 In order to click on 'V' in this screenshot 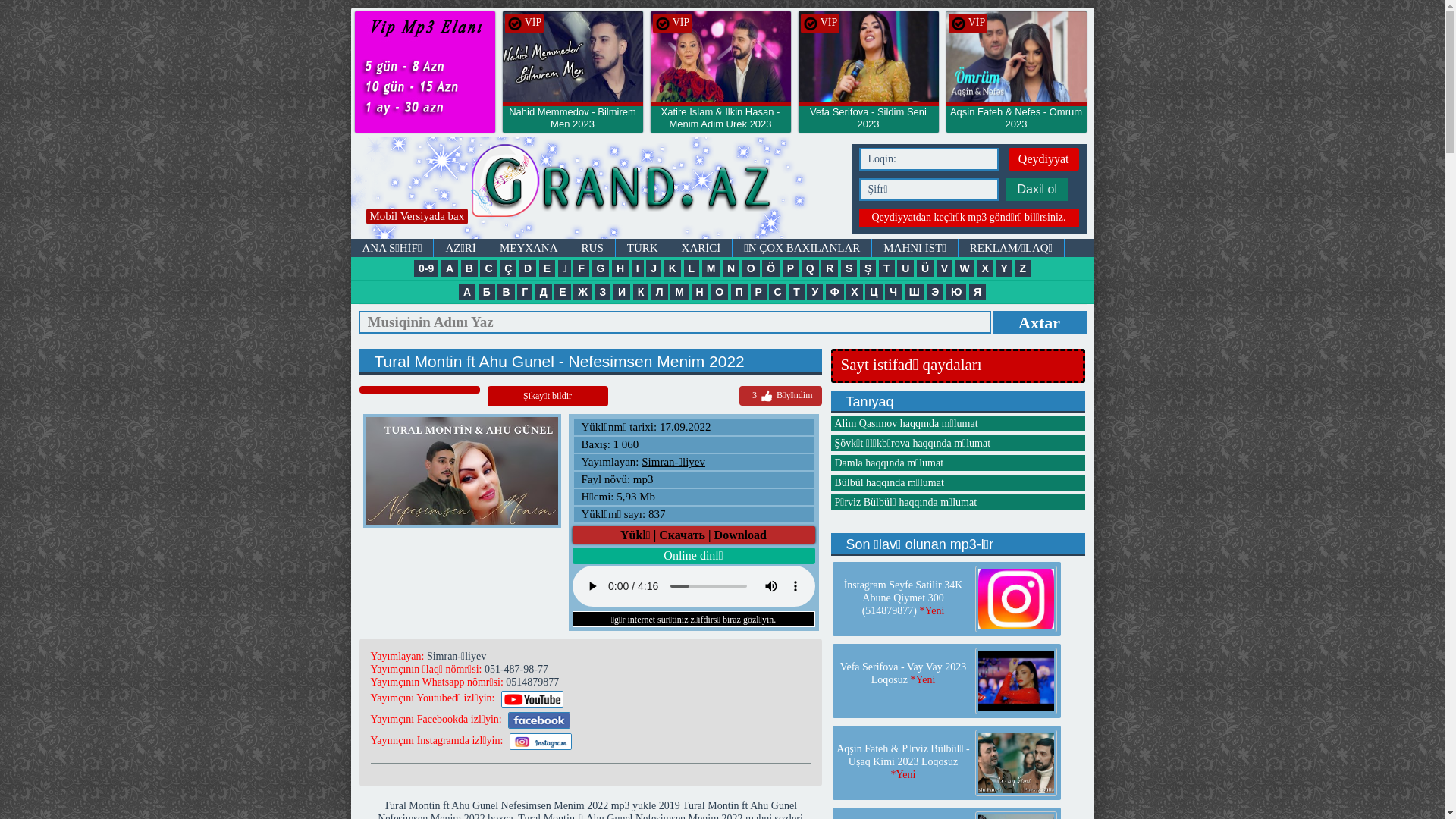, I will do `click(943, 268)`.